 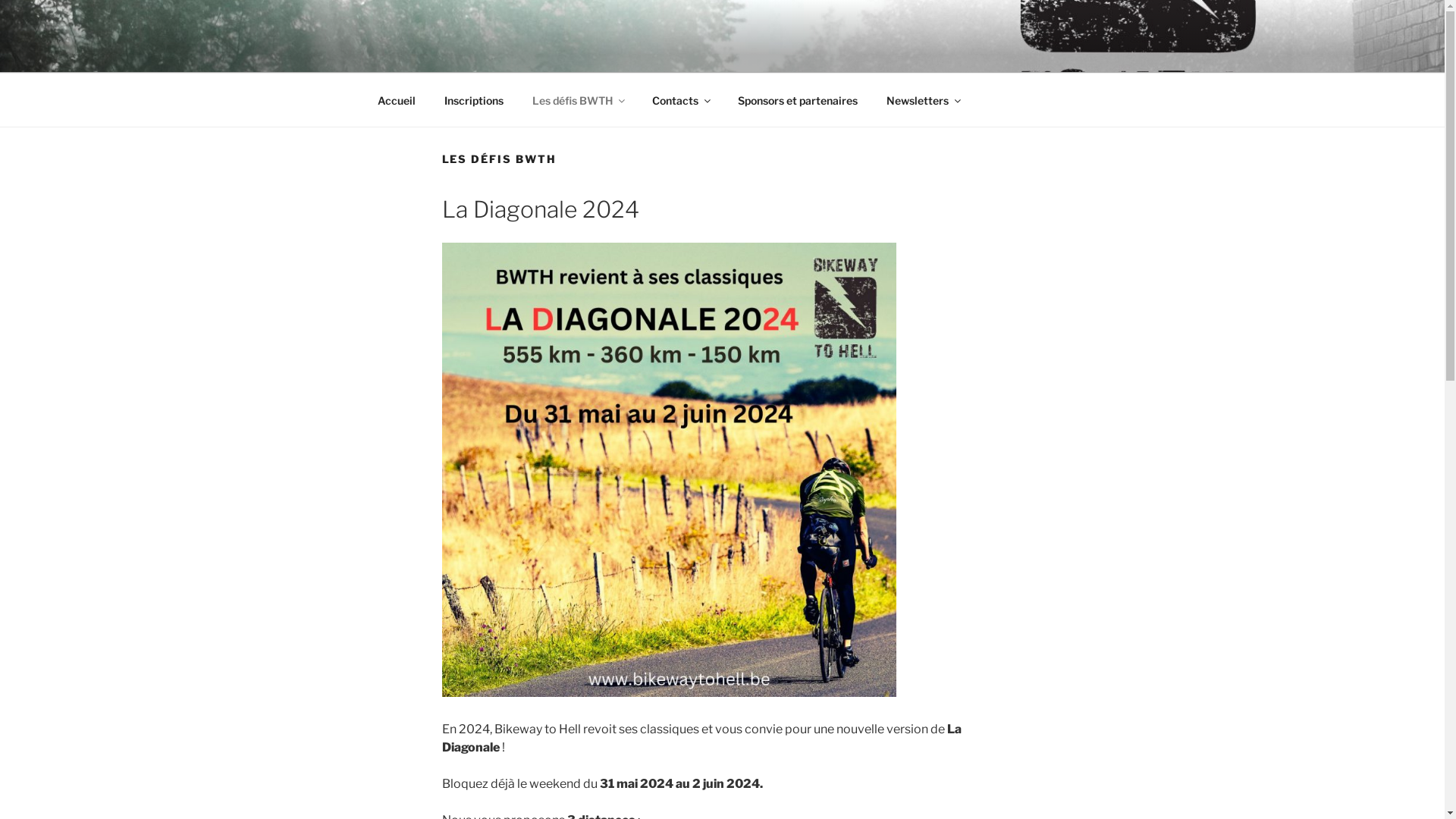 I want to click on 'Newsletters', so click(x=922, y=100).